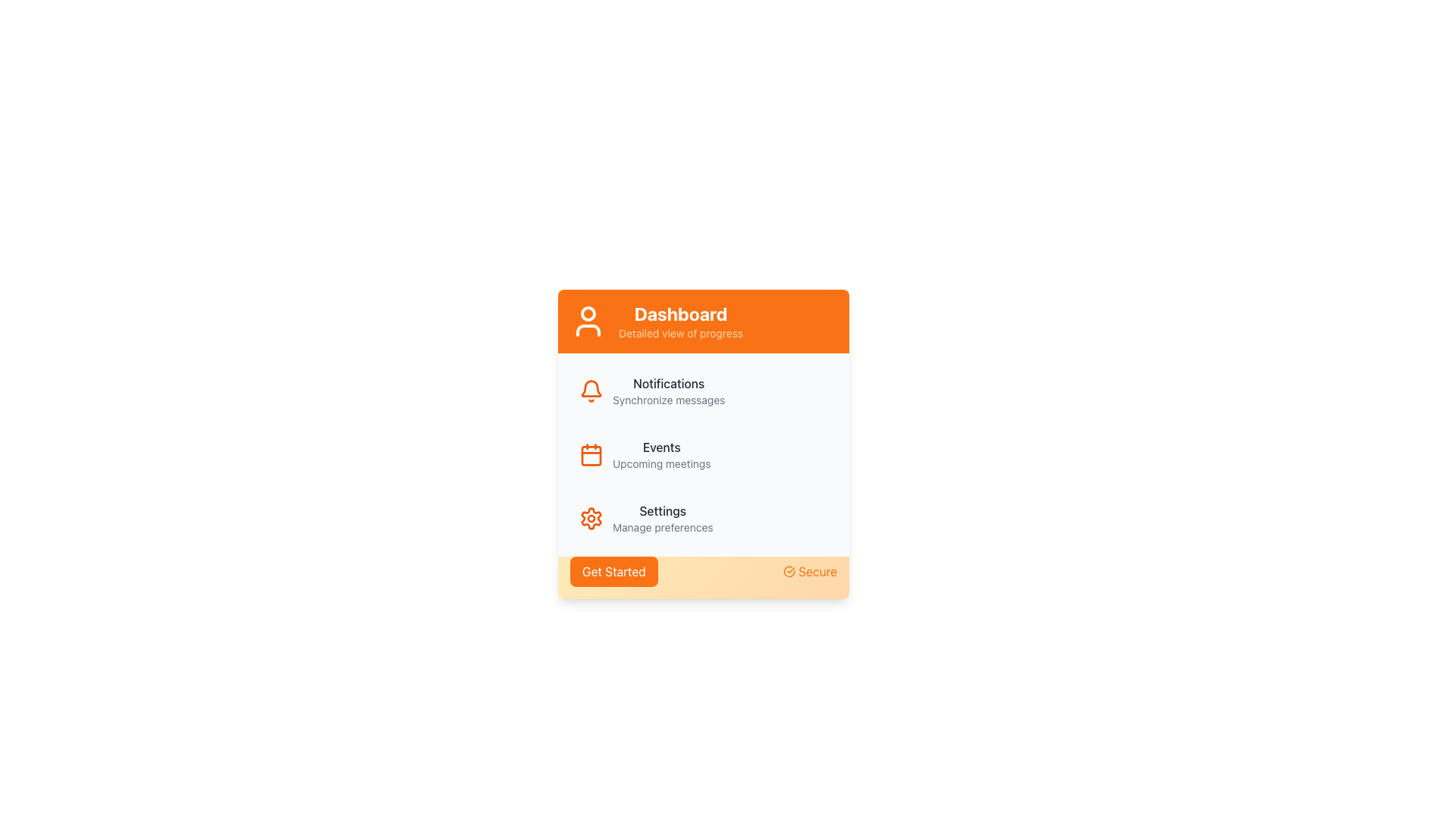 Image resolution: width=1456 pixels, height=819 pixels. Describe the element at coordinates (590, 391) in the screenshot. I see `the Notifications icon, which is the first icon in a vertical list within a card, positioned to the left of the label 'Notifications'` at that location.